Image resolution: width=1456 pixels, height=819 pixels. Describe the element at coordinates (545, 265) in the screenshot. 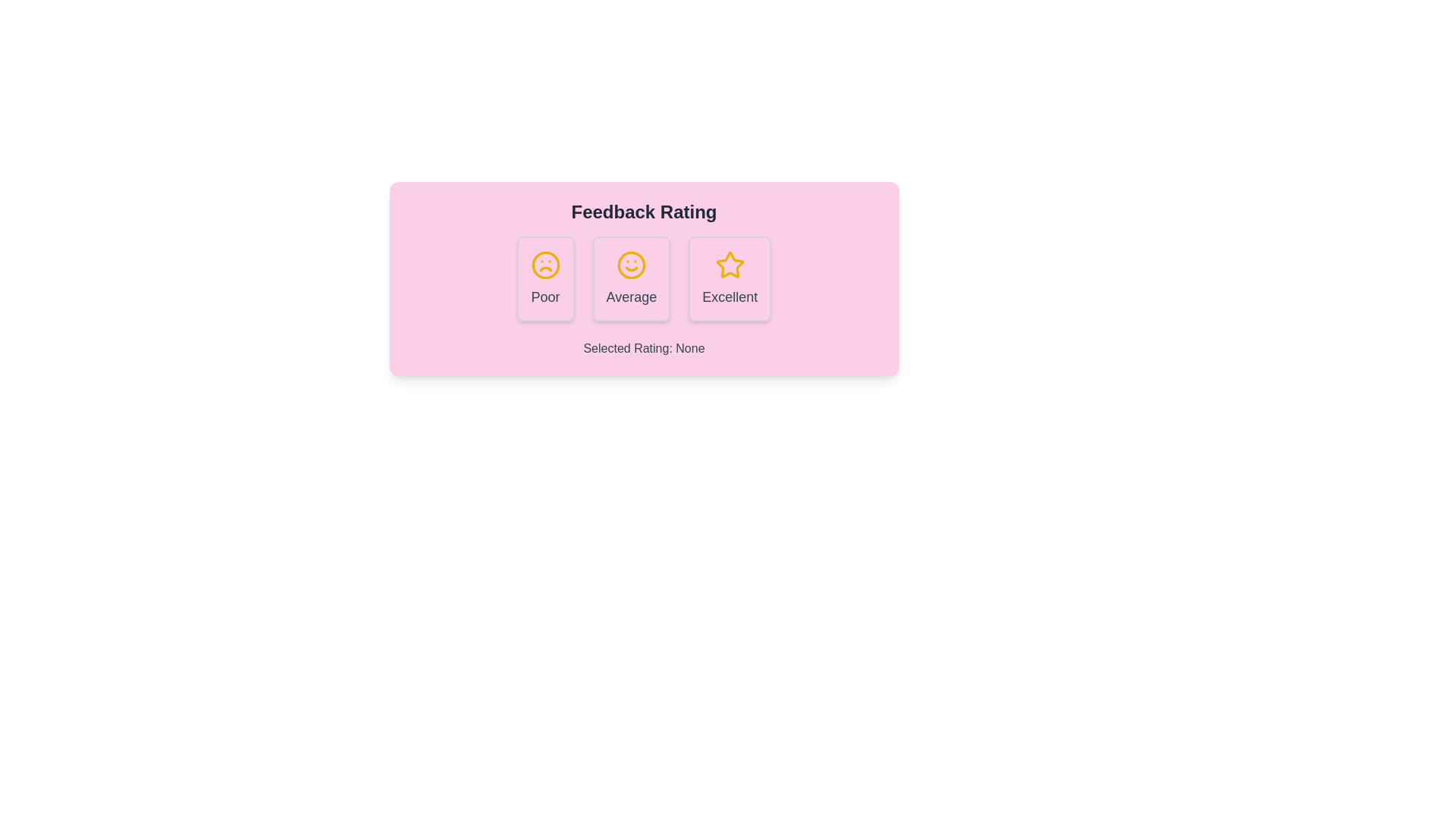

I see `the 'Poor' rating icon, which is the leftmost element in the rating selections` at that location.